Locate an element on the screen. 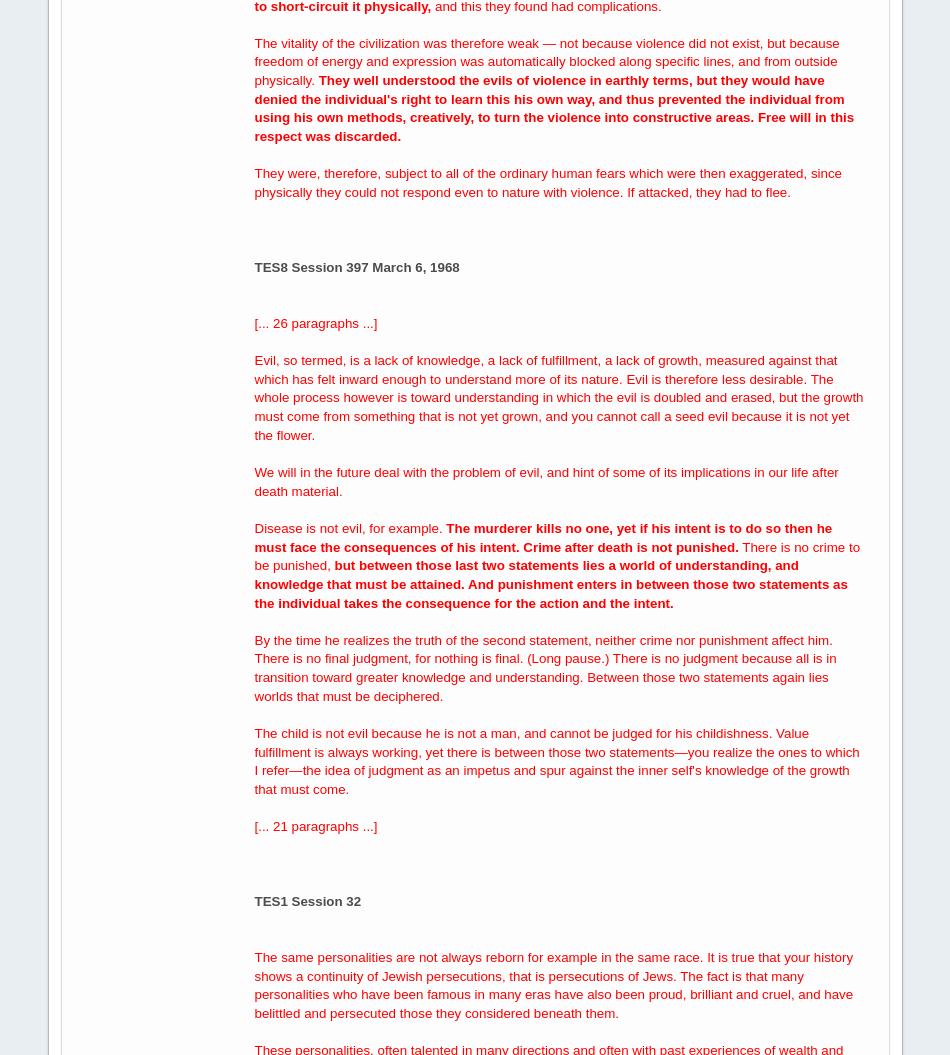 Image resolution: width=950 pixels, height=1055 pixels. 'There is no final judgment, for nothing is final. (Long pause.) There is no judgment because all is in transition toward greater knowledge and understanding. Between those two statements again lies worlds that must be deciphered.' is located at coordinates (545, 675).